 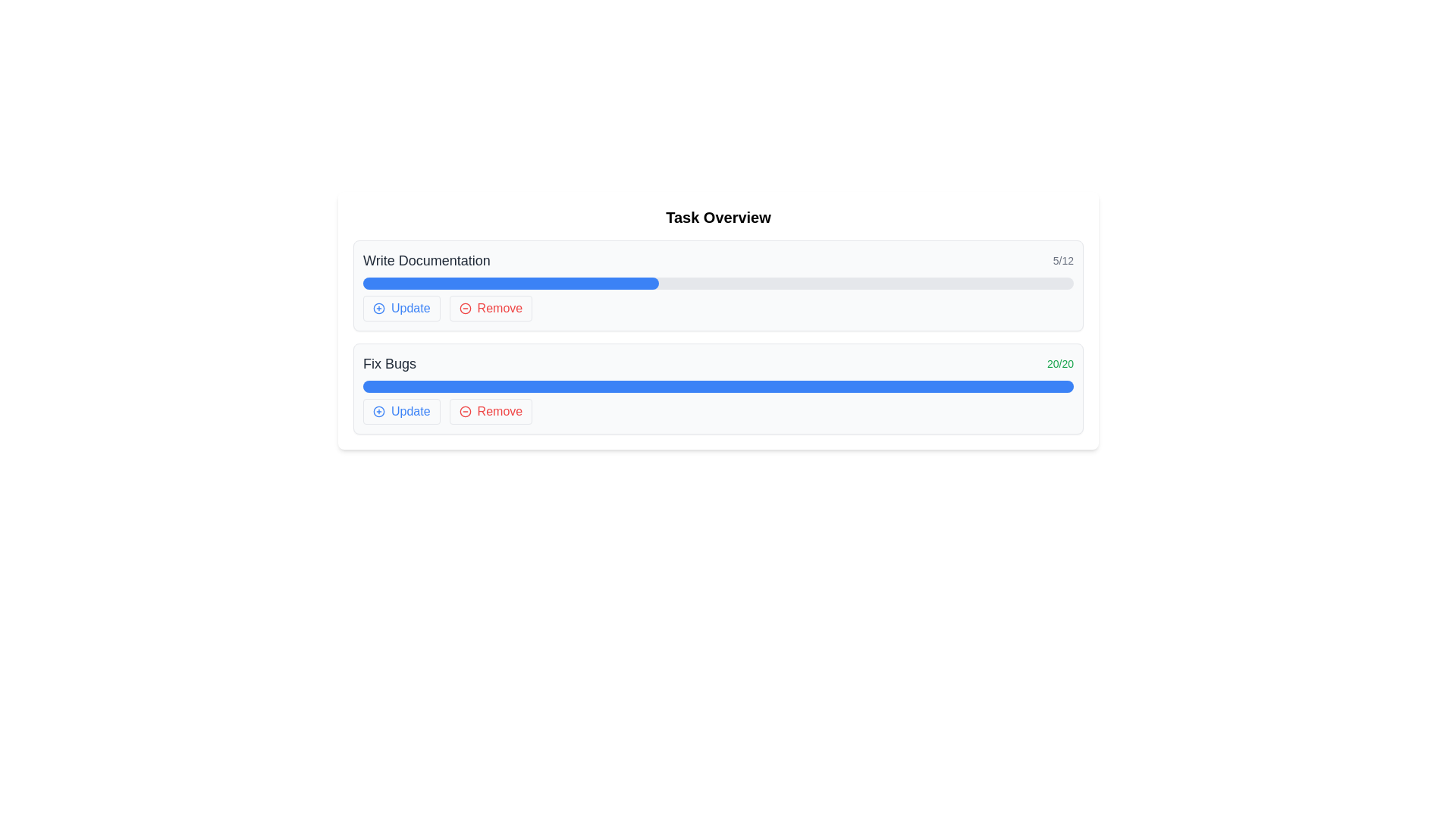 I want to click on the 'Update' button which contains the Circle Plus icon, so click(x=378, y=412).